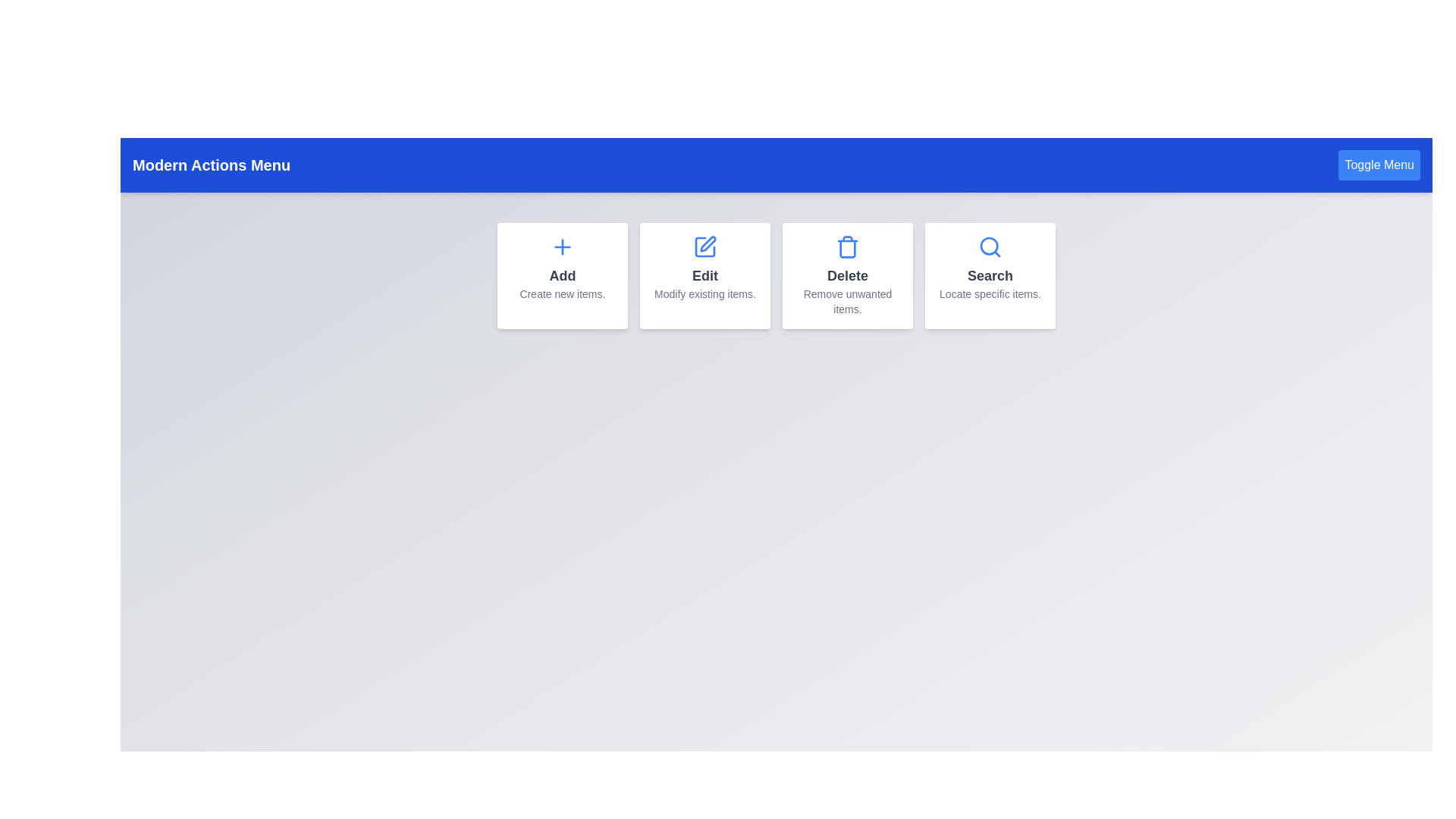 This screenshot has height=819, width=1456. Describe the element at coordinates (990, 275) in the screenshot. I see `the 'Search' button to initiate the search functionality` at that location.